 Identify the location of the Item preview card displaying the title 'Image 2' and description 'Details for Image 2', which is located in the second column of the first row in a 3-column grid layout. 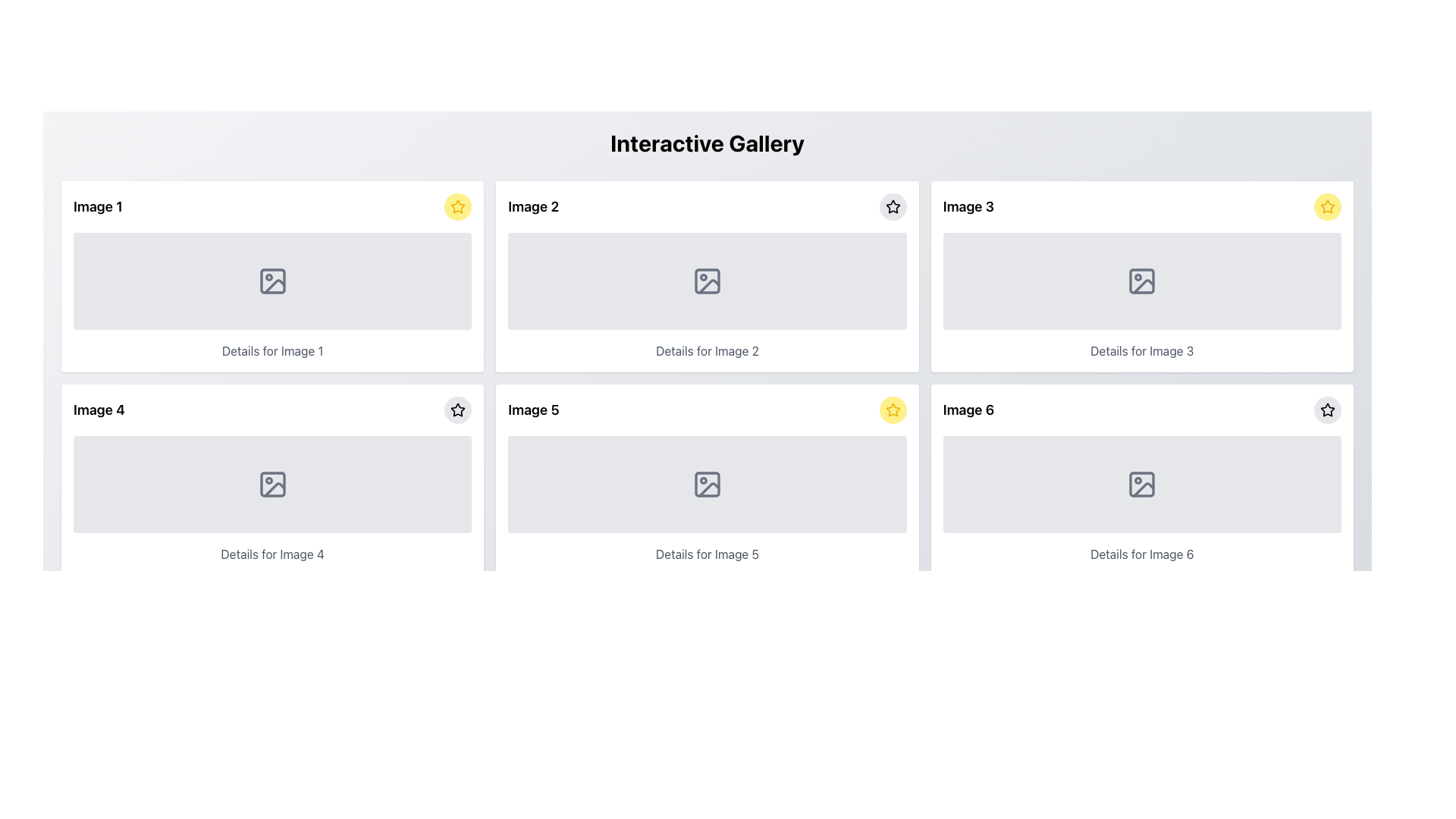
(706, 277).